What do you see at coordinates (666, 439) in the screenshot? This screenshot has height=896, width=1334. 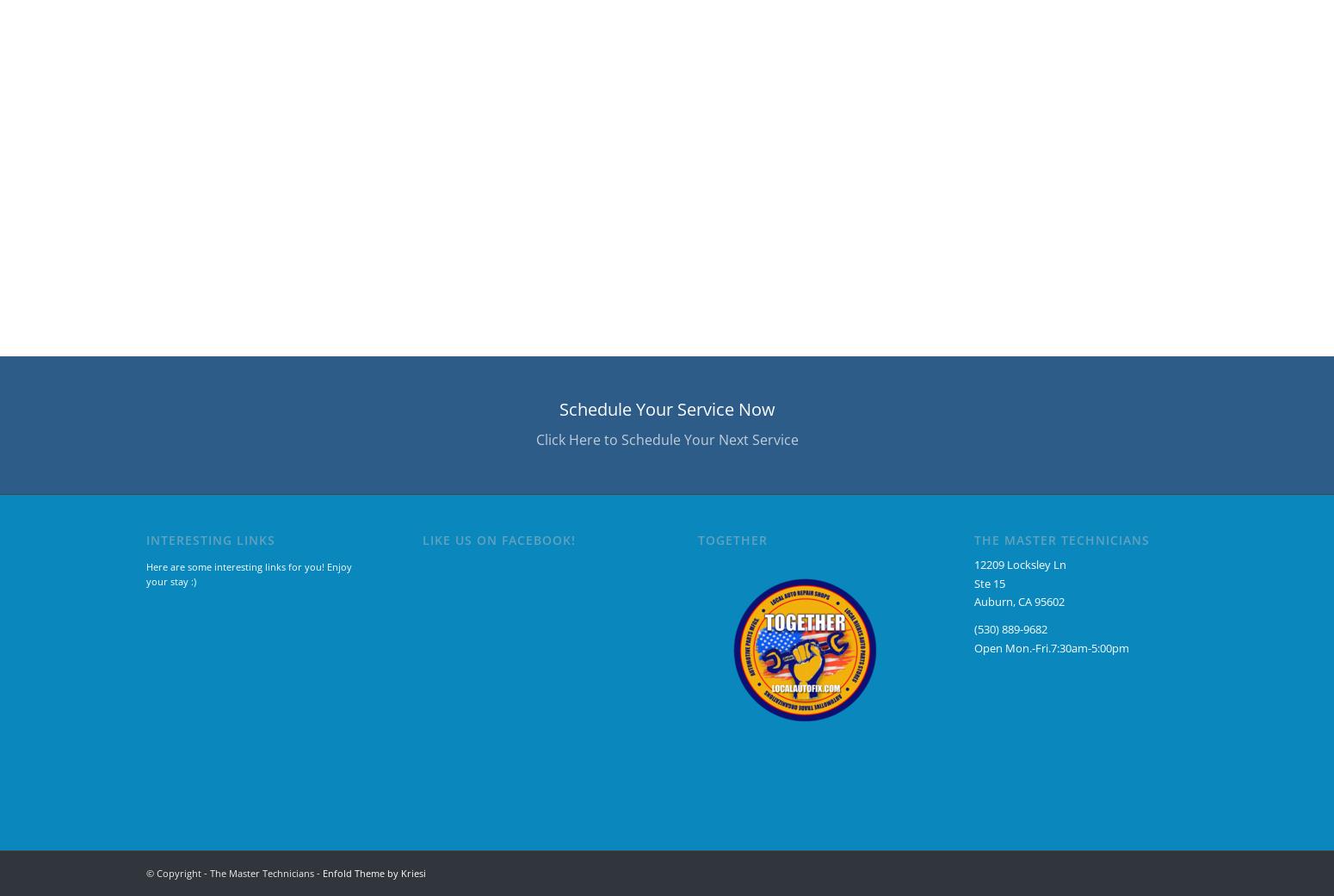 I see `'Click Here to Schedule Your Next Service'` at bounding box center [666, 439].